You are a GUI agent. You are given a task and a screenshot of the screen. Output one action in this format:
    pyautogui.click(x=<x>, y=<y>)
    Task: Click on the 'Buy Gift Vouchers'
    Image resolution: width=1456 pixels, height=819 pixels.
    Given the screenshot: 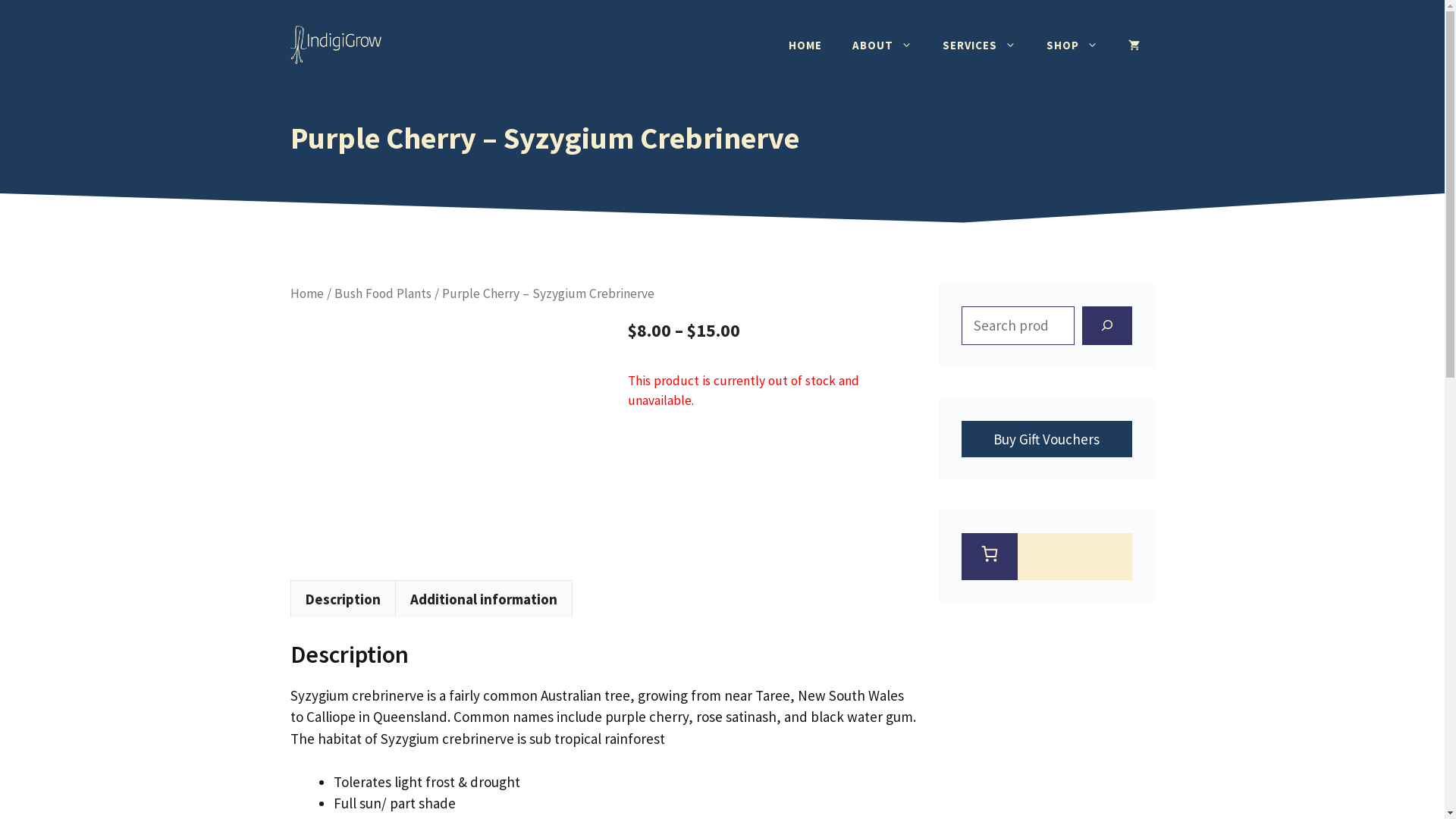 What is the action you would take?
    pyautogui.click(x=960, y=438)
    